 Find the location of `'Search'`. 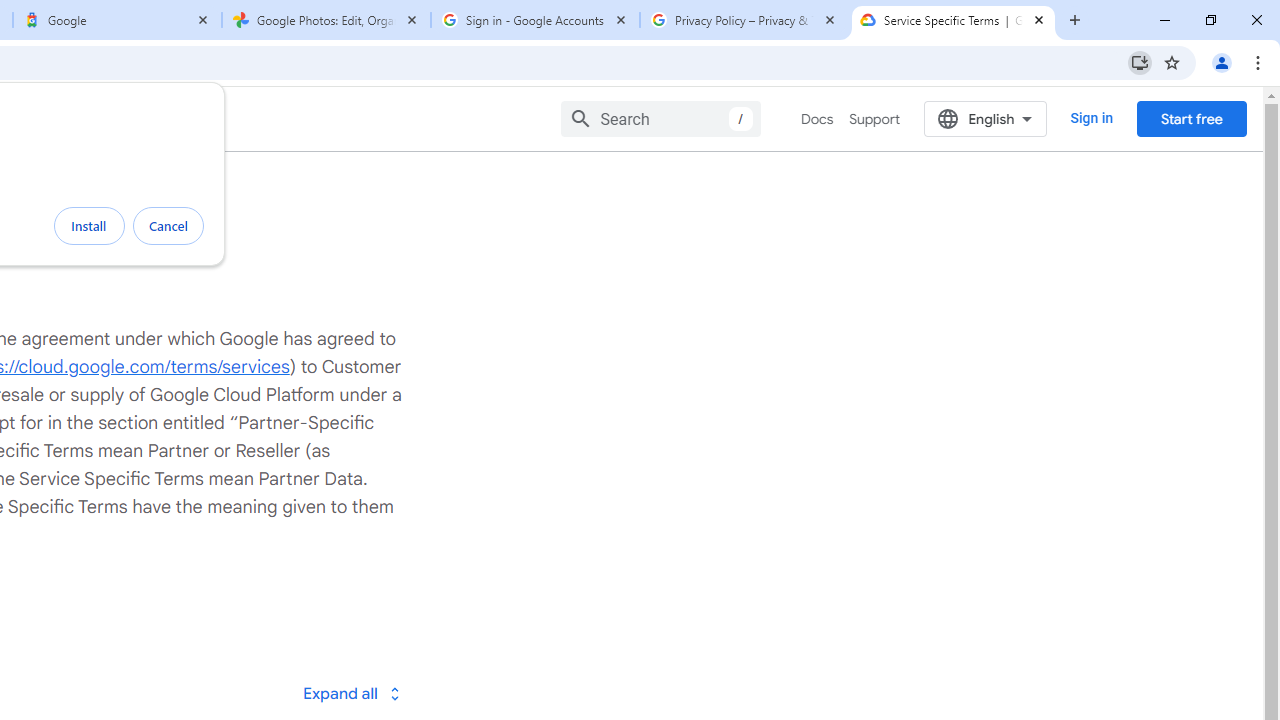

'Search' is located at coordinates (661, 118).